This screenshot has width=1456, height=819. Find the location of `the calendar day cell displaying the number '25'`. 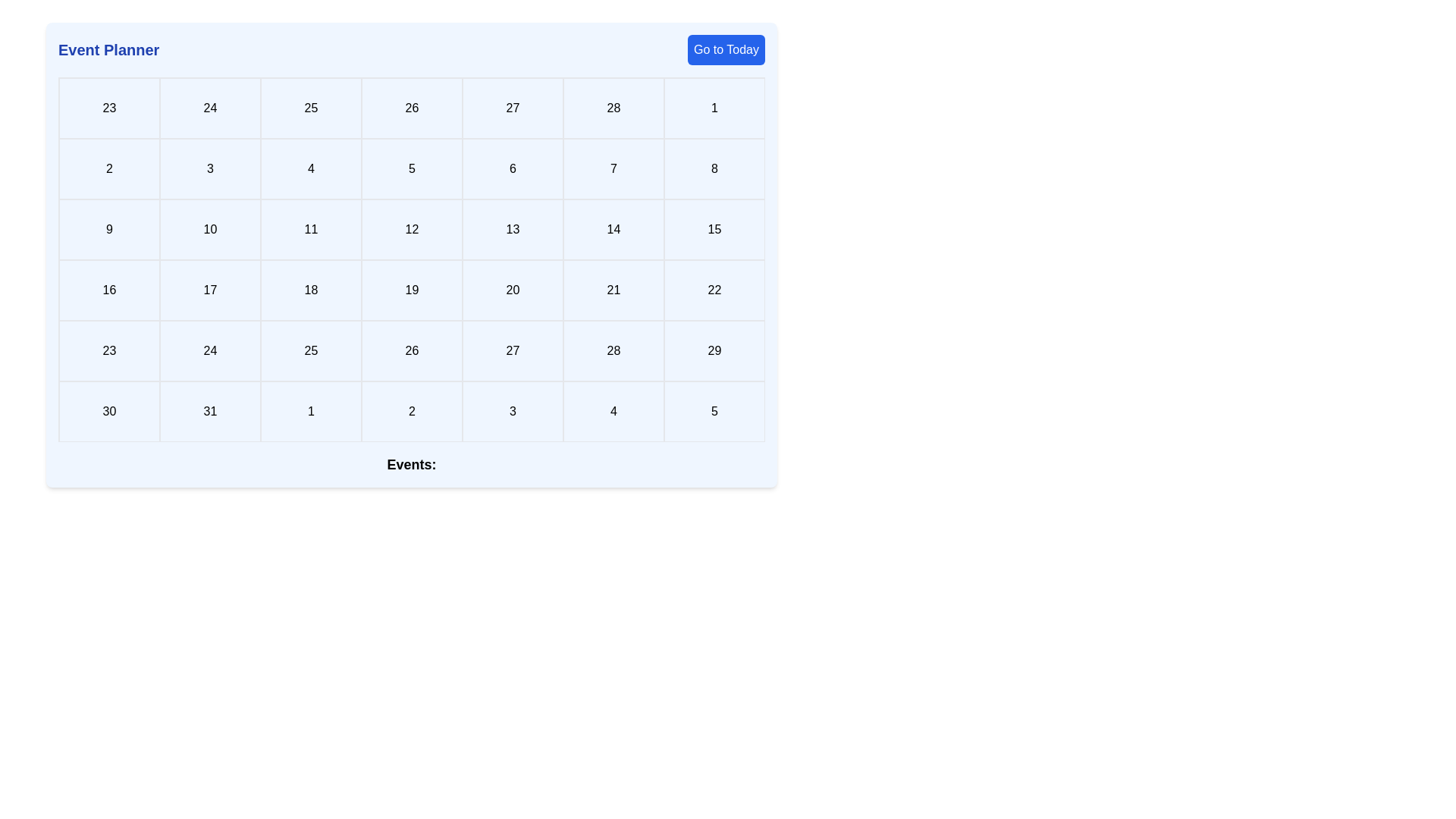

the calendar day cell displaying the number '25' is located at coordinates (310, 350).